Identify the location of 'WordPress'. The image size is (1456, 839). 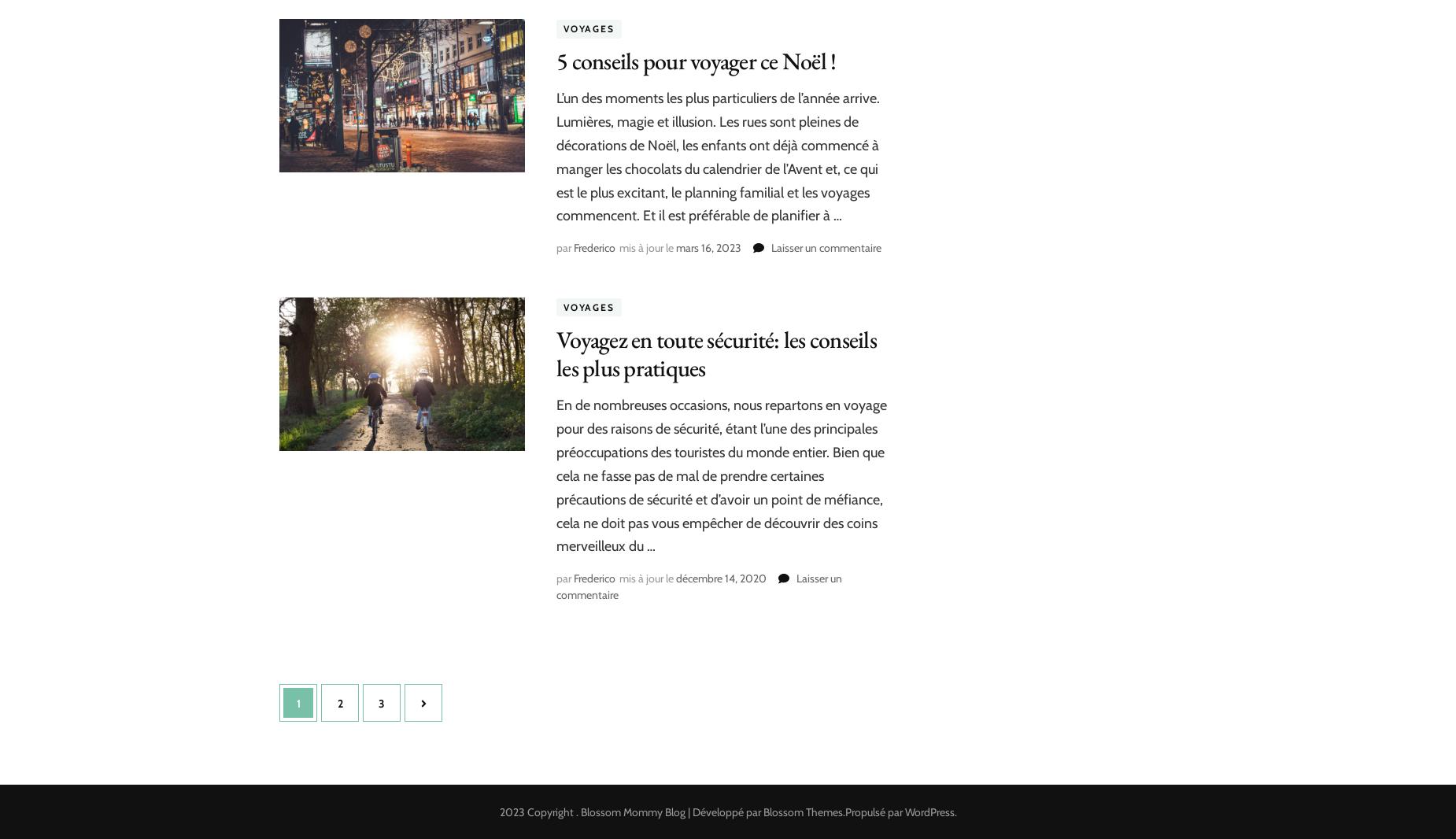
(928, 811).